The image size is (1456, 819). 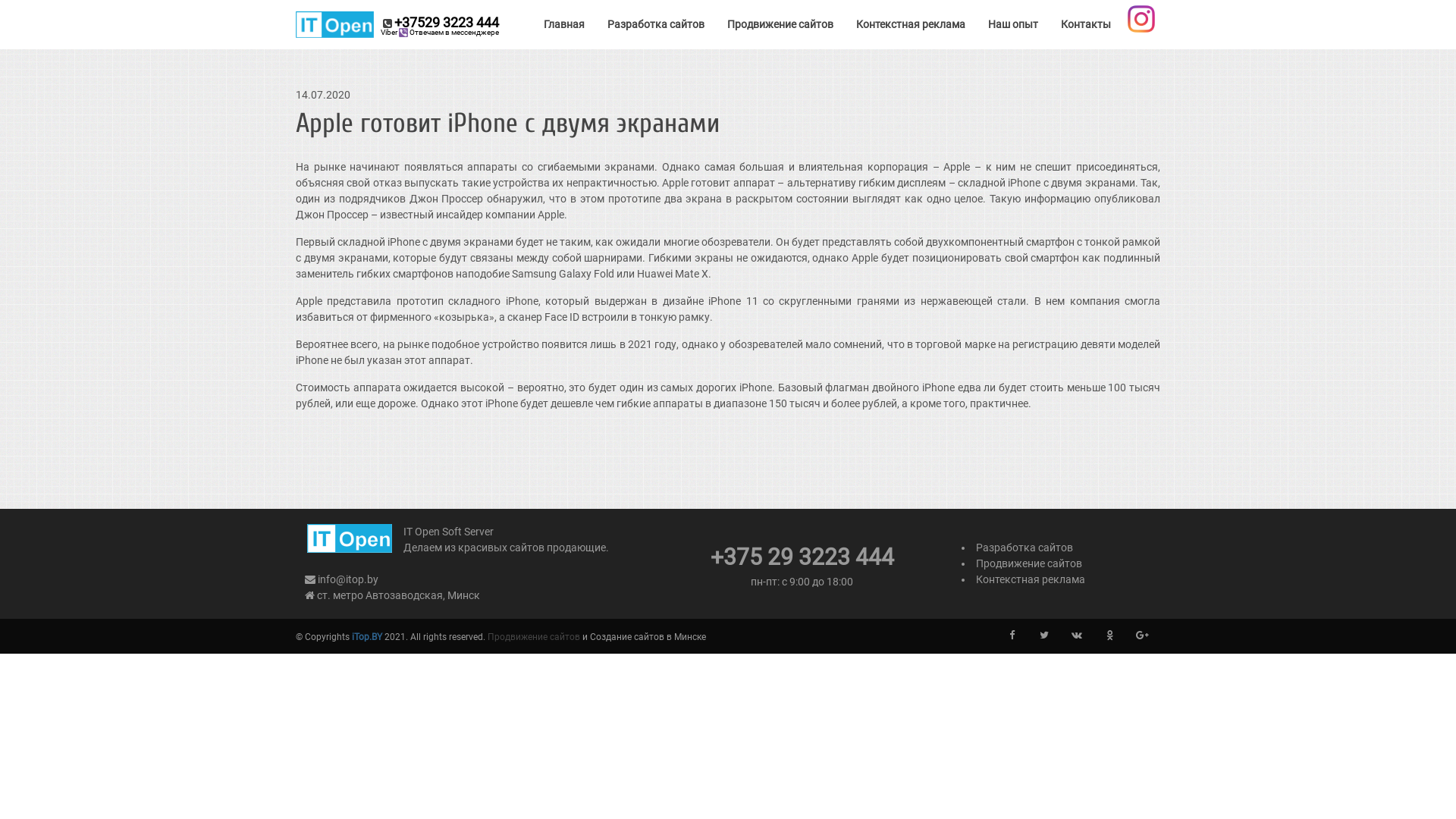 I want to click on '    +37529 3223 444', so click(x=295, y=24).